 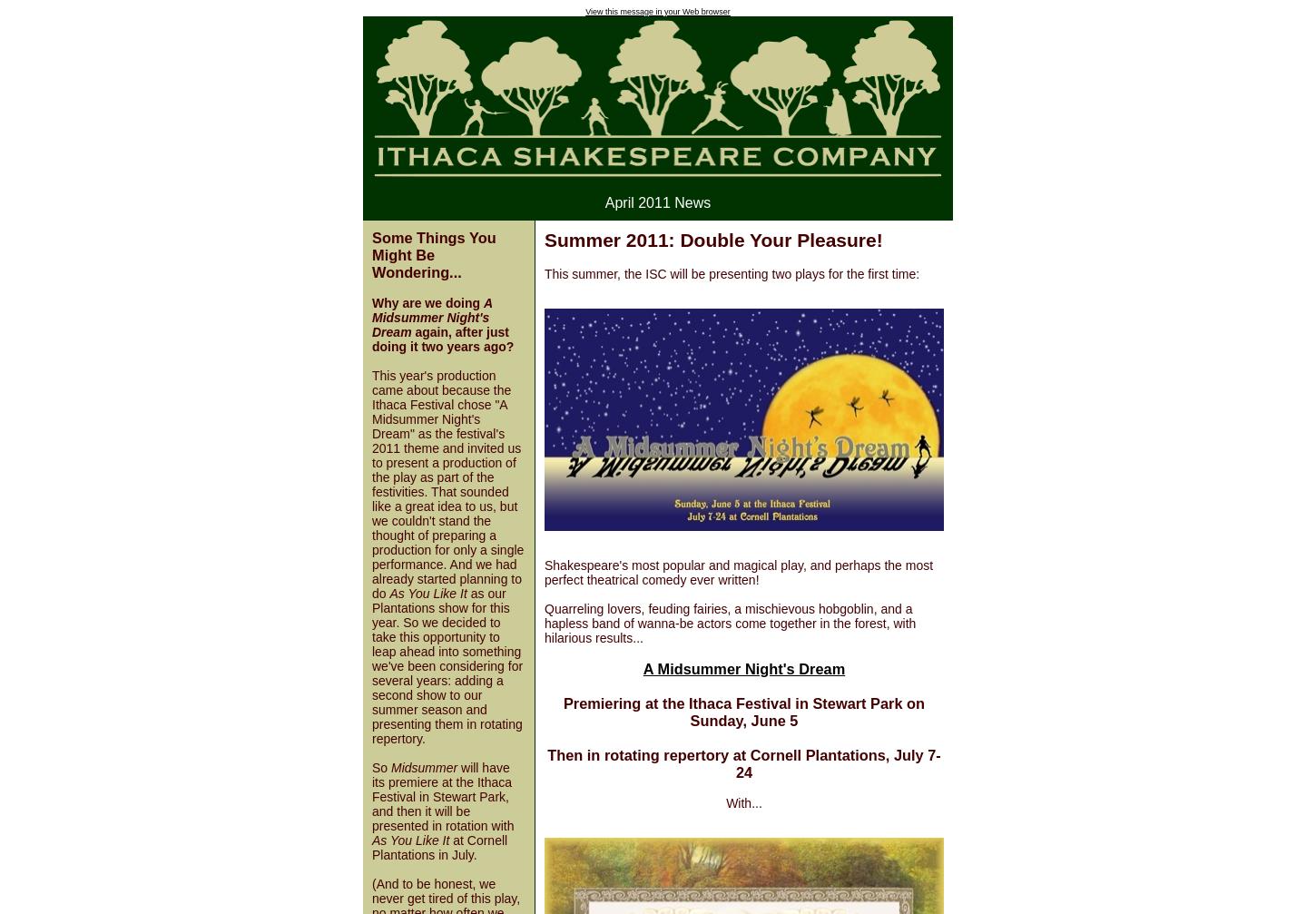 I want to click on 'With...', so click(x=743, y=801).